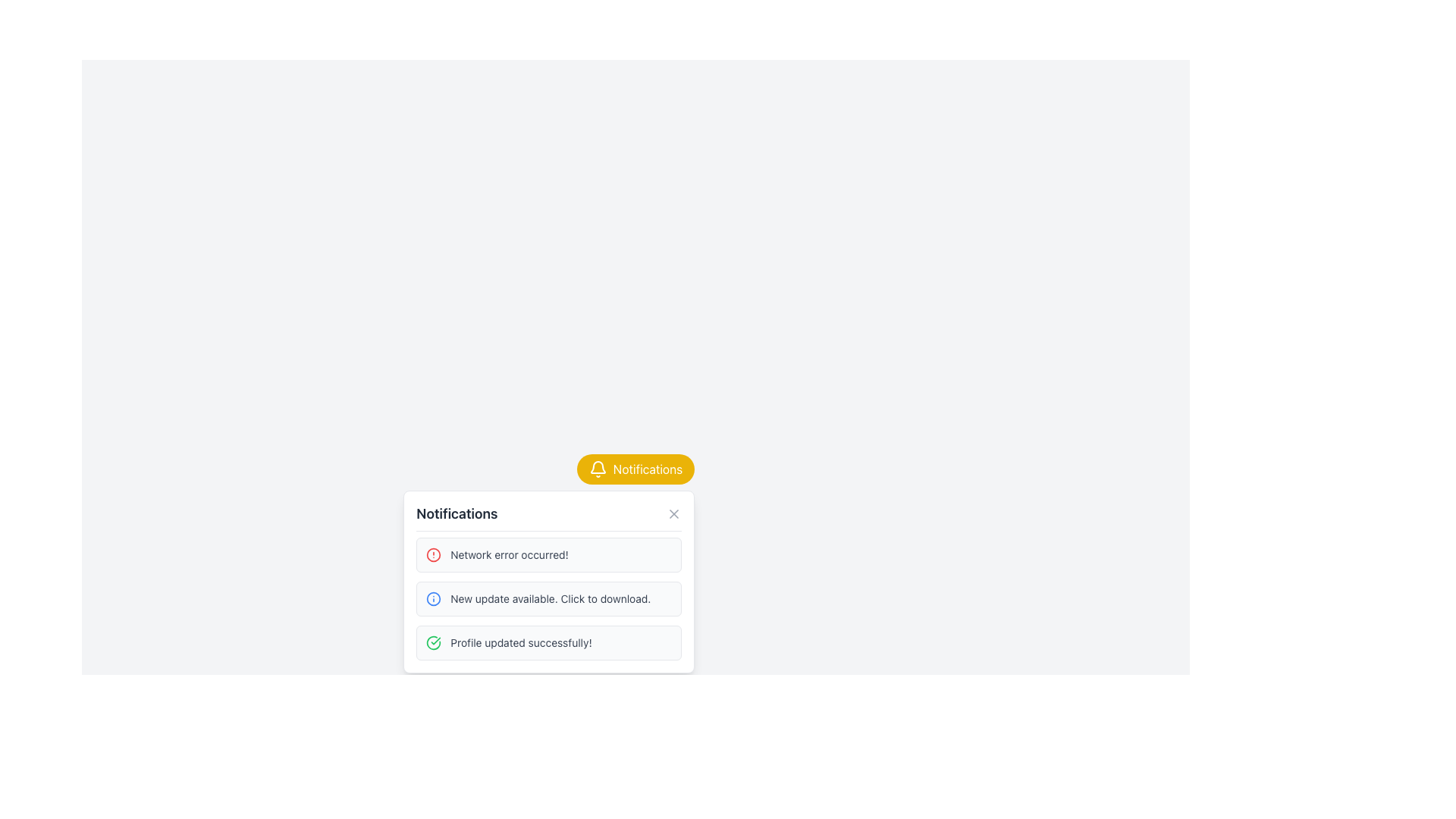 This screenshot has width=1456, height=819. Describe the element at coordinates (635, 468) in the screenshot. I see `the yellow rectangular button with a bell icon and 'Notifications' text located at the top-right of the notifications modal` at that location.